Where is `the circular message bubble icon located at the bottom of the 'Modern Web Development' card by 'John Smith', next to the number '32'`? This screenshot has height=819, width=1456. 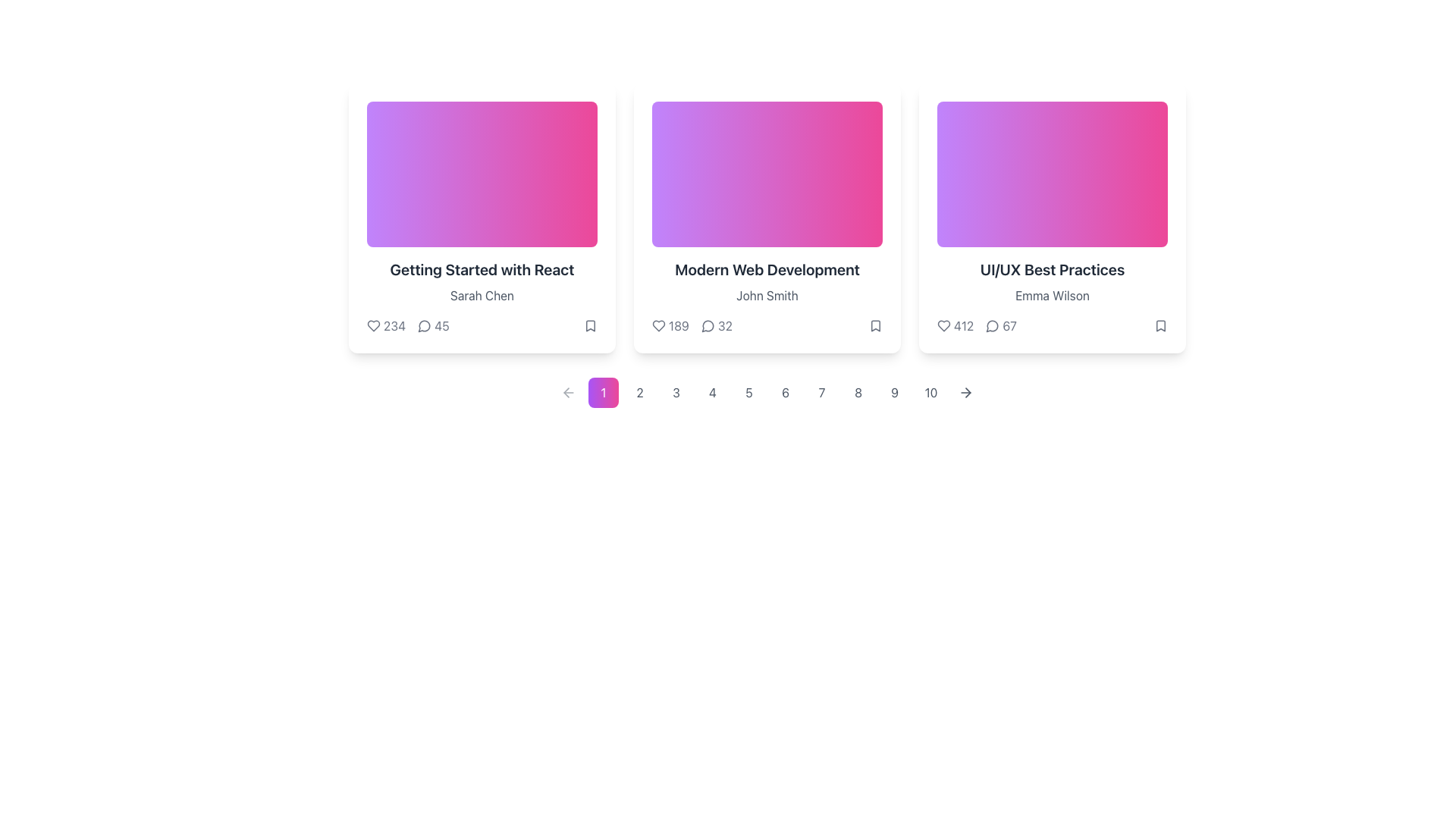
the circular message bubble icon located at the bottom of the 'Modern Web Development' card by 'John Smith', next to the number '32' is located at coordinates (707, 325).